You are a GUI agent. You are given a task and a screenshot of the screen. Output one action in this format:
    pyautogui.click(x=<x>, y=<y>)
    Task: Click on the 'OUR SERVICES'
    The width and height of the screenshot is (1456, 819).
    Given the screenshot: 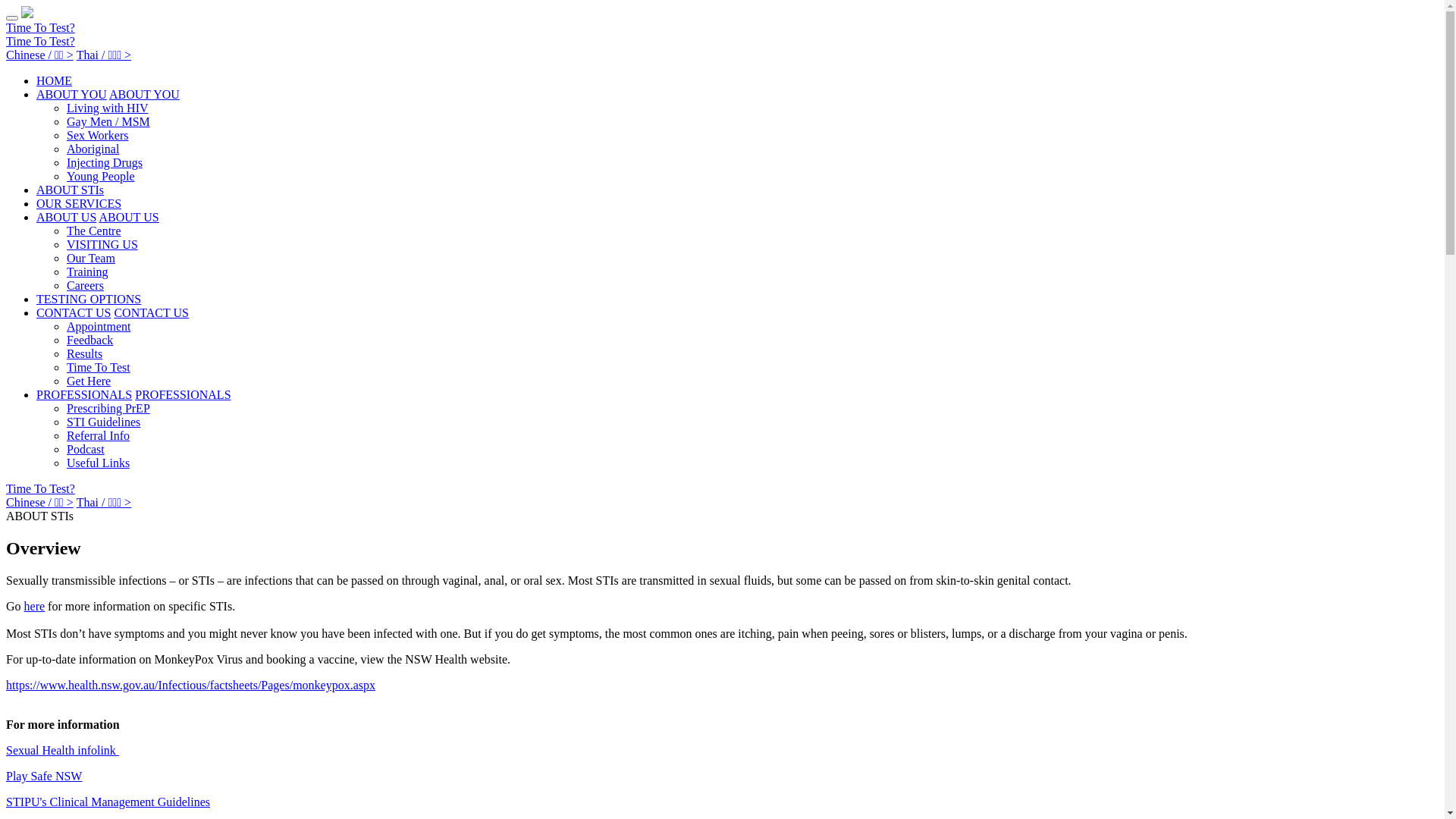 What is the action you would take?
    pyautogui.click(x=78, y=202)
    